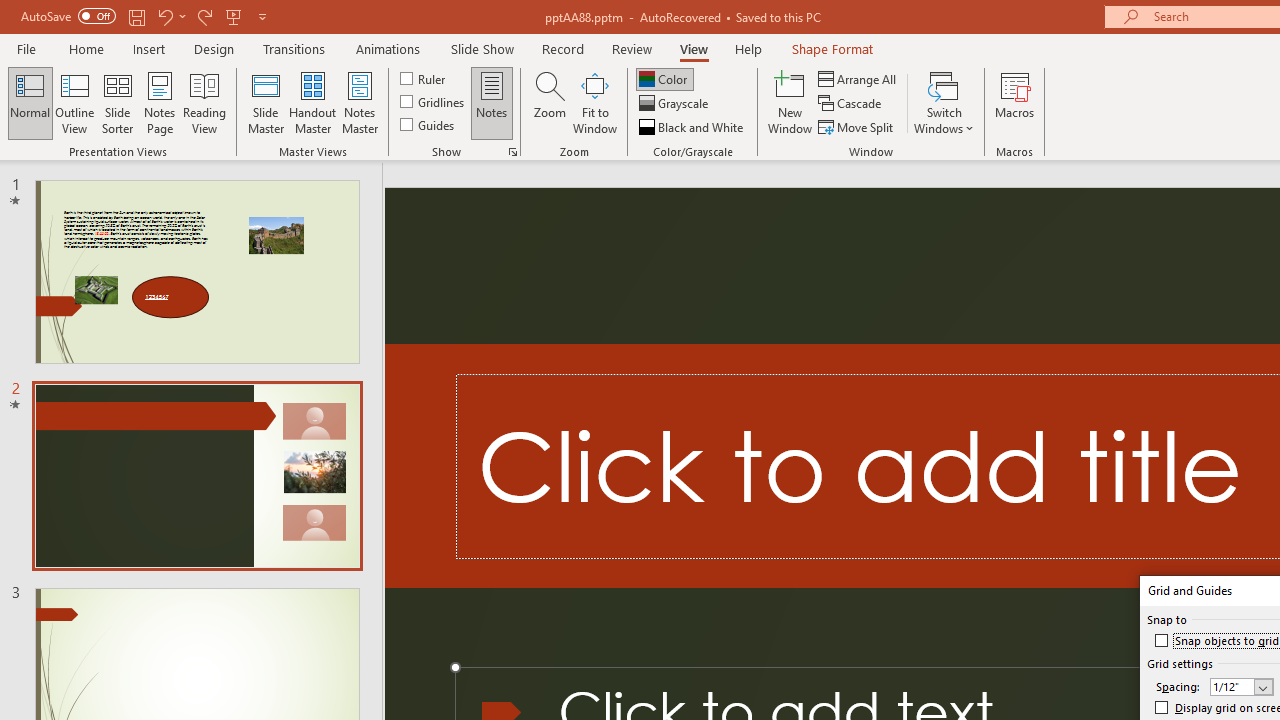 The image size is (1280, 720). Describe the element at coordinates (594, 103) in the screenshot. I see `'Fit to Window'` at that location.